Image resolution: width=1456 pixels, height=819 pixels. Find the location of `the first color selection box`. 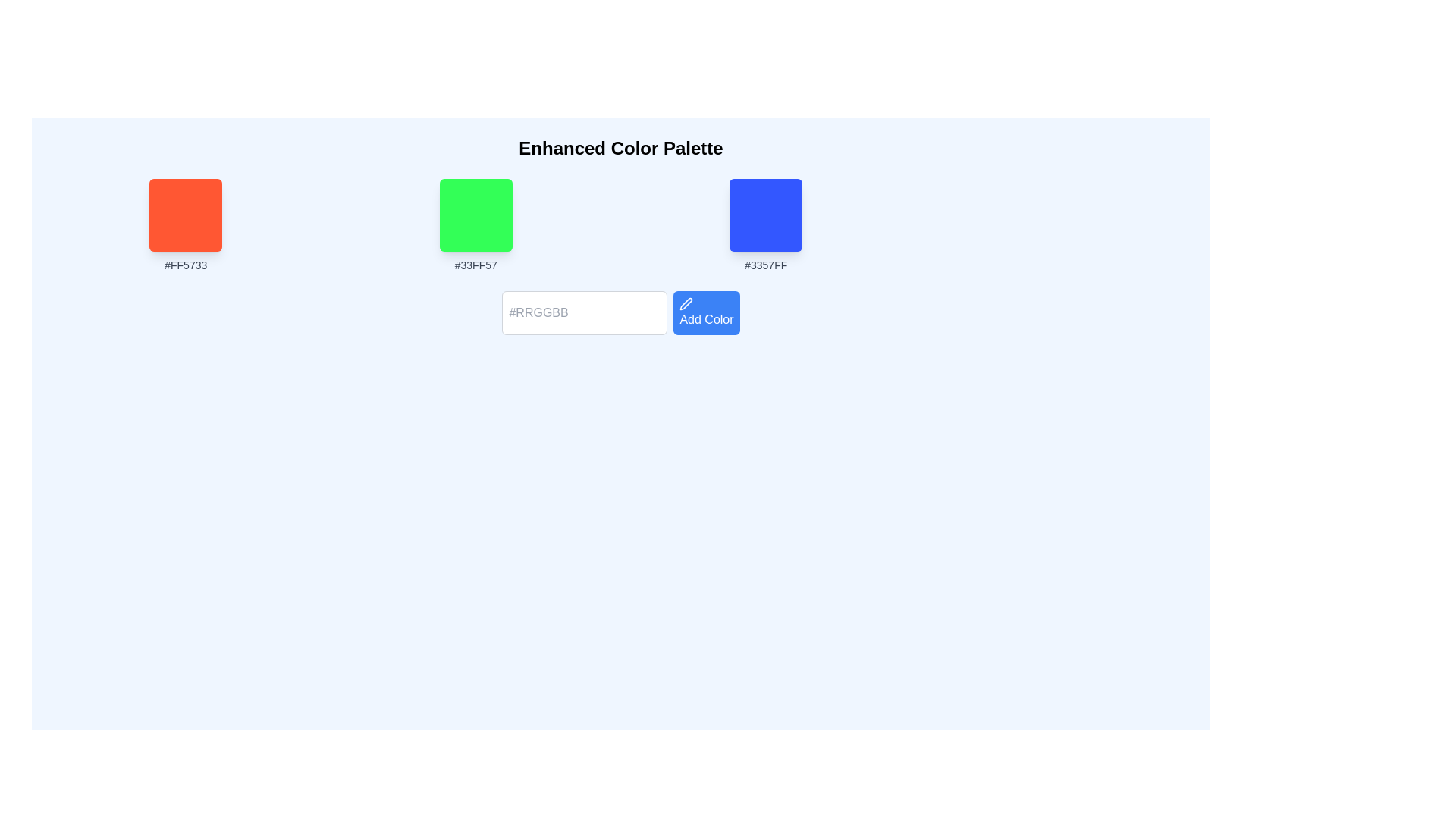

the first color selection box is located at coordinates (185, 215).